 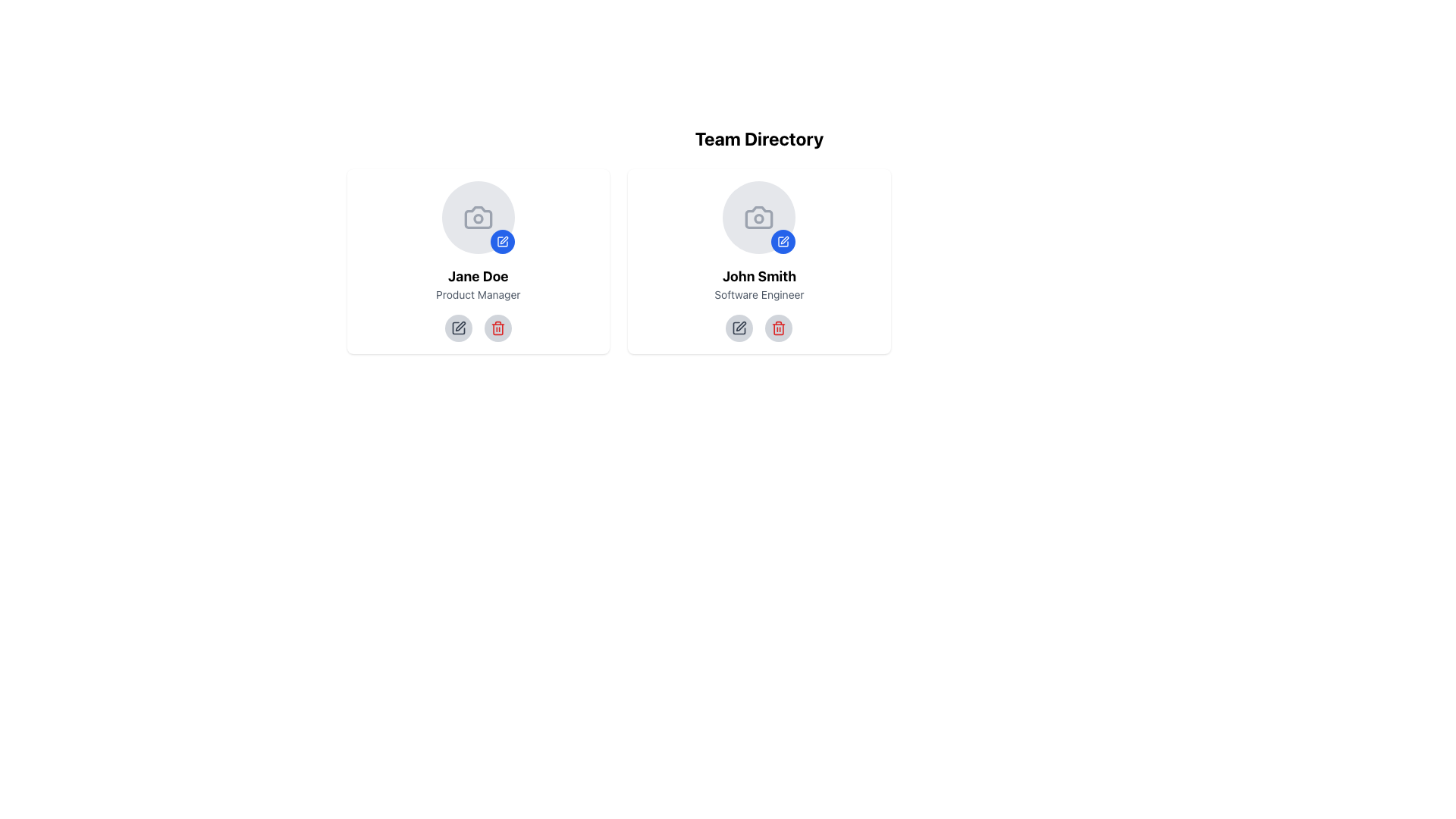 What do you see at coordinates (785, 239) in the screenshot?
I see `the edit button located in the top right quadrant of the profile image in the John Smith card, which allows users to perform an edit operation` at bounding box center [785, 239].